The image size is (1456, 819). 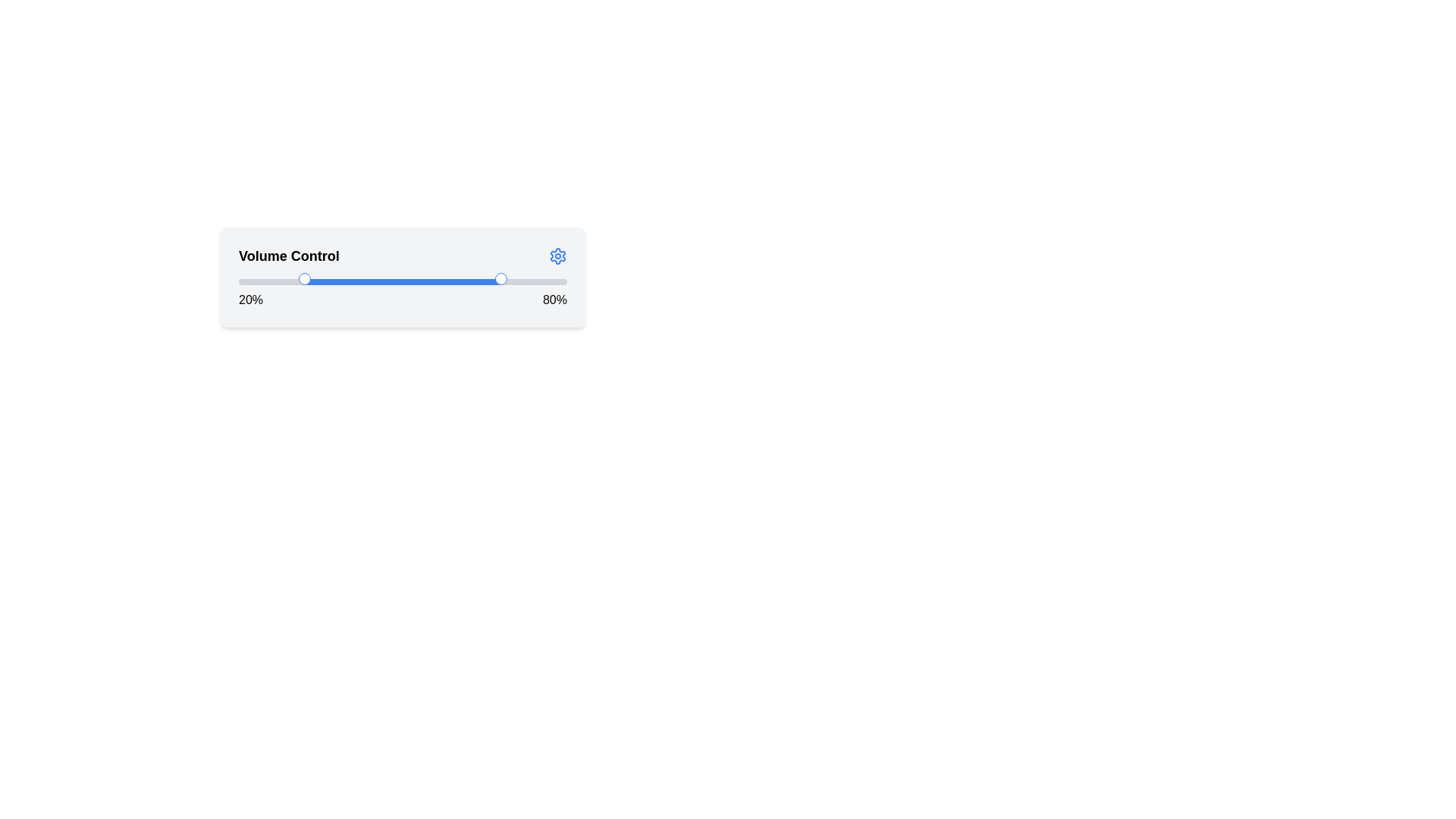 What do you see at coordinates (554, 300) in the screenshot?
I see `the static text label displaying '80%' in bold black font, which is positioned on the far right side below the volume control slider` at bounding box center [554, 300].